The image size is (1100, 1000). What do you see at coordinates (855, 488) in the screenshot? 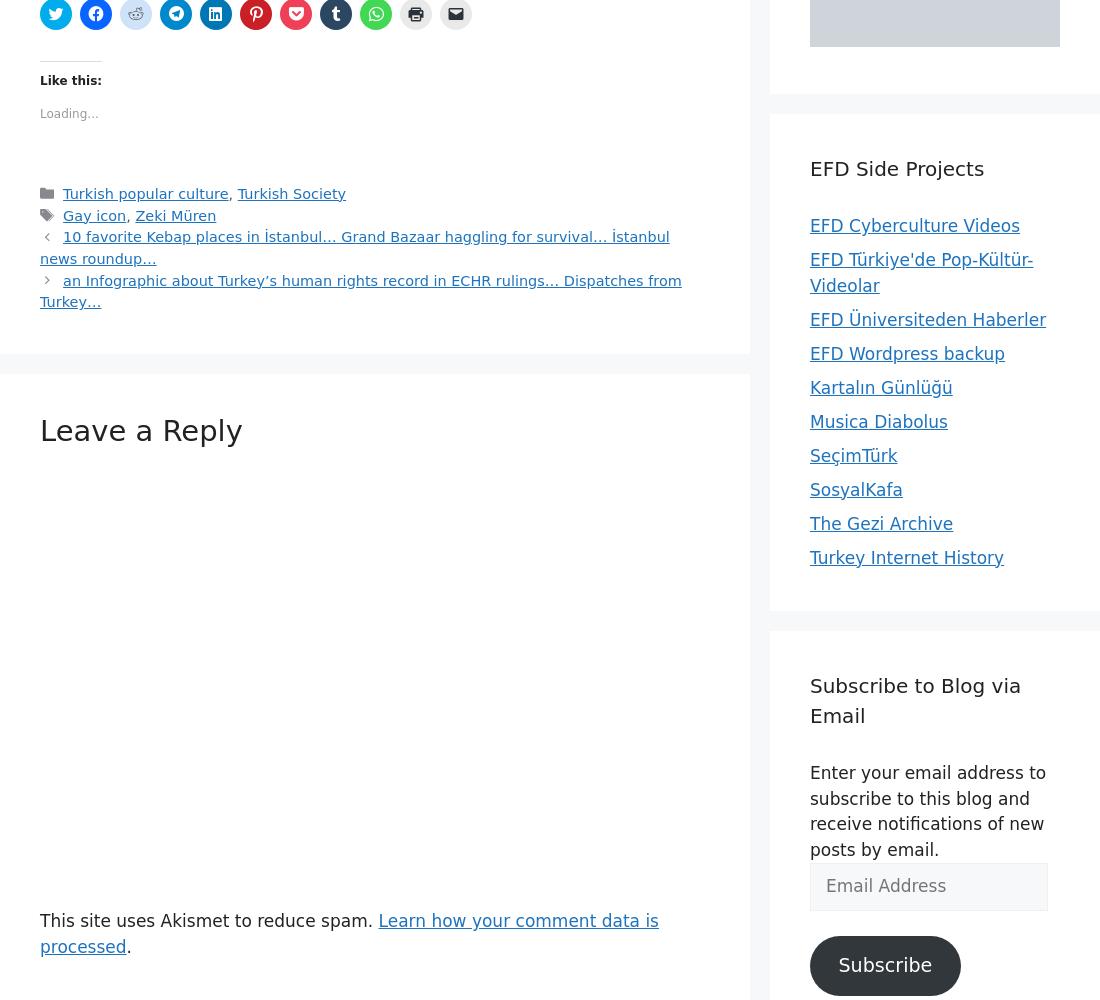
I see `'SosyalKafa'` at bounding box center [855, 488].